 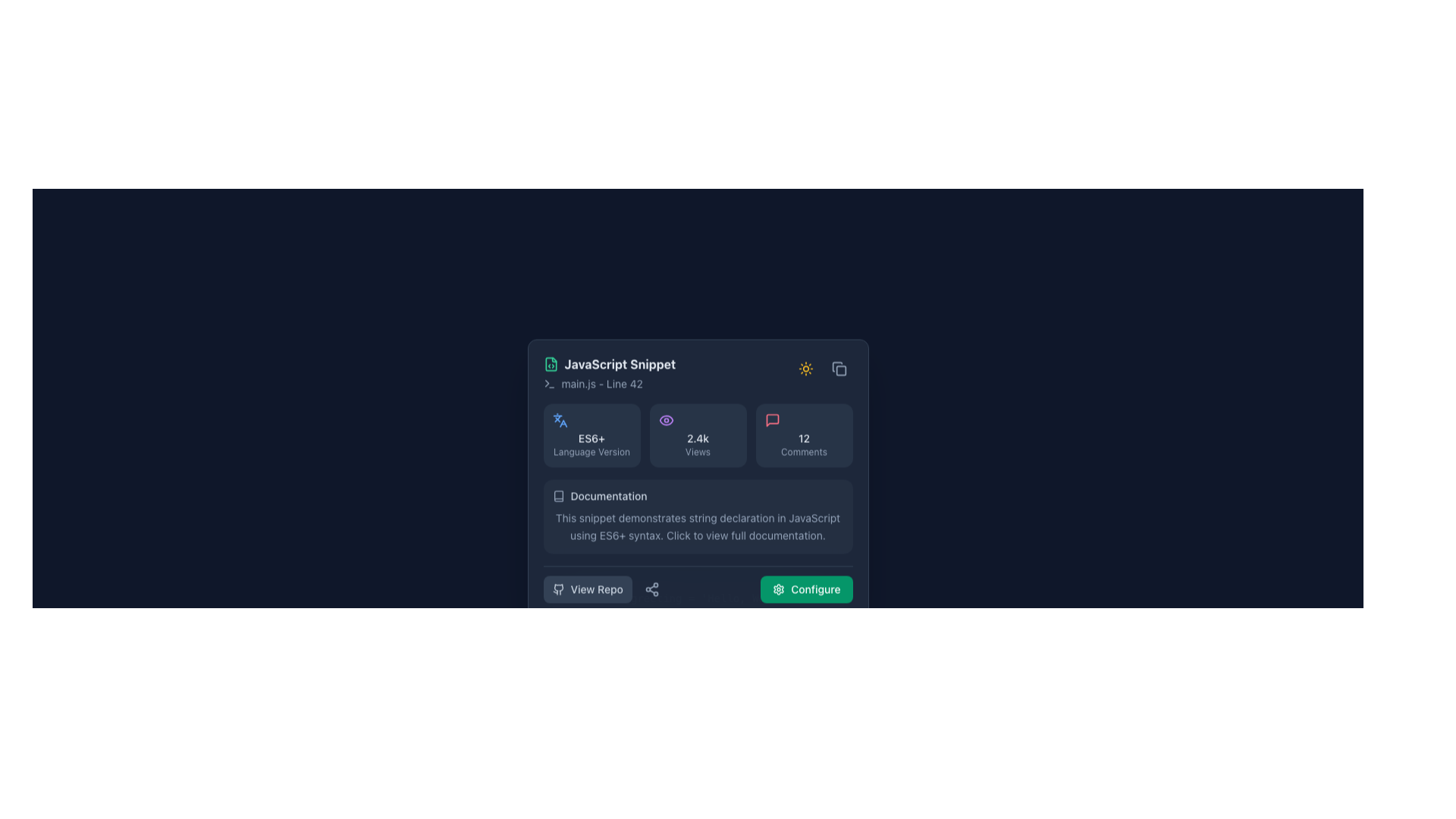 I want to click on text label displaying '12' comments associated with the card content, located in the upper-right section of the card interface, so click(x=803, y=438).